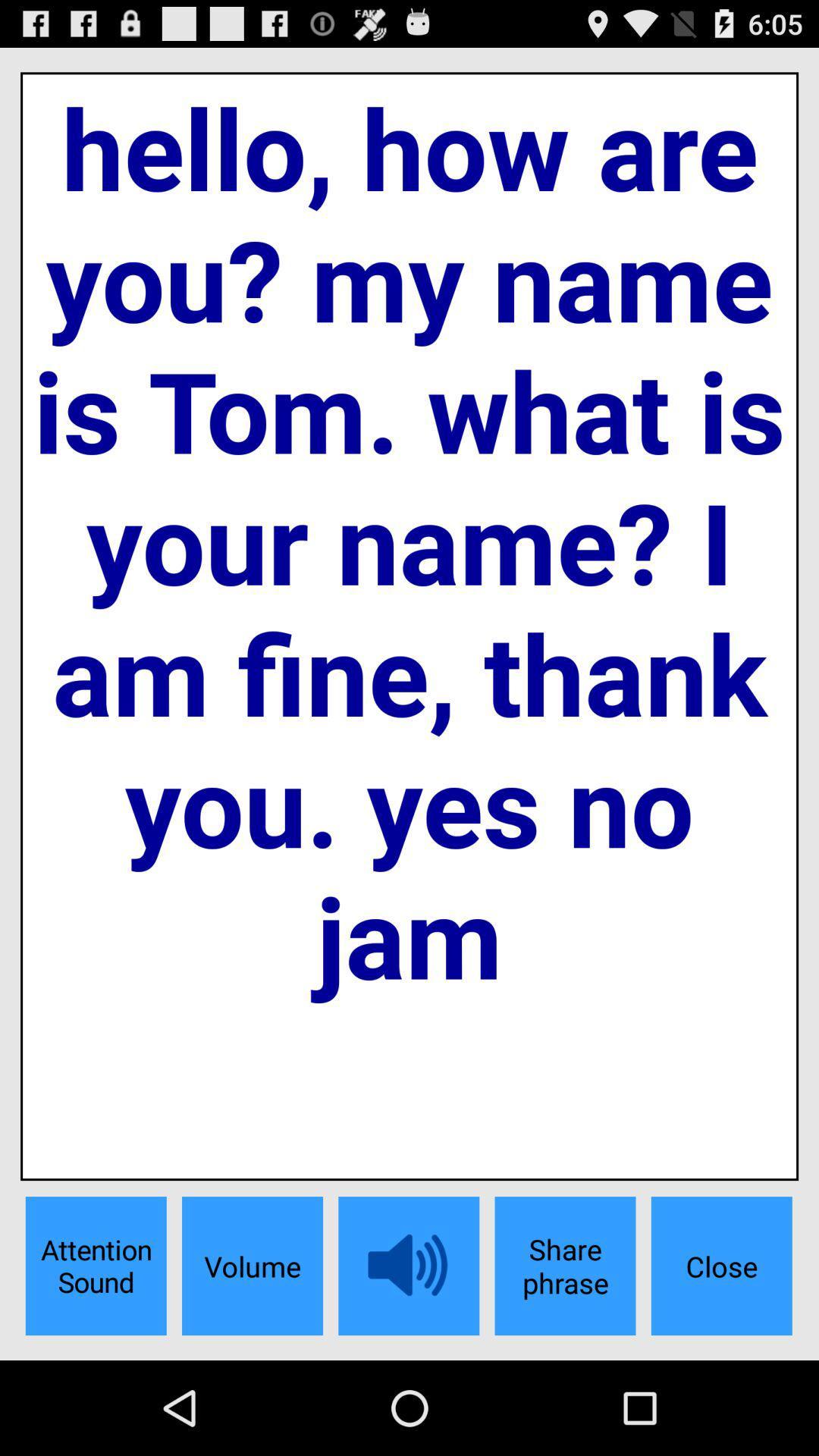  What do you see at coordinates (251, 1266) in the screenshot?
I see `button next to the attention sound button` at bounding box center [251, 1266].